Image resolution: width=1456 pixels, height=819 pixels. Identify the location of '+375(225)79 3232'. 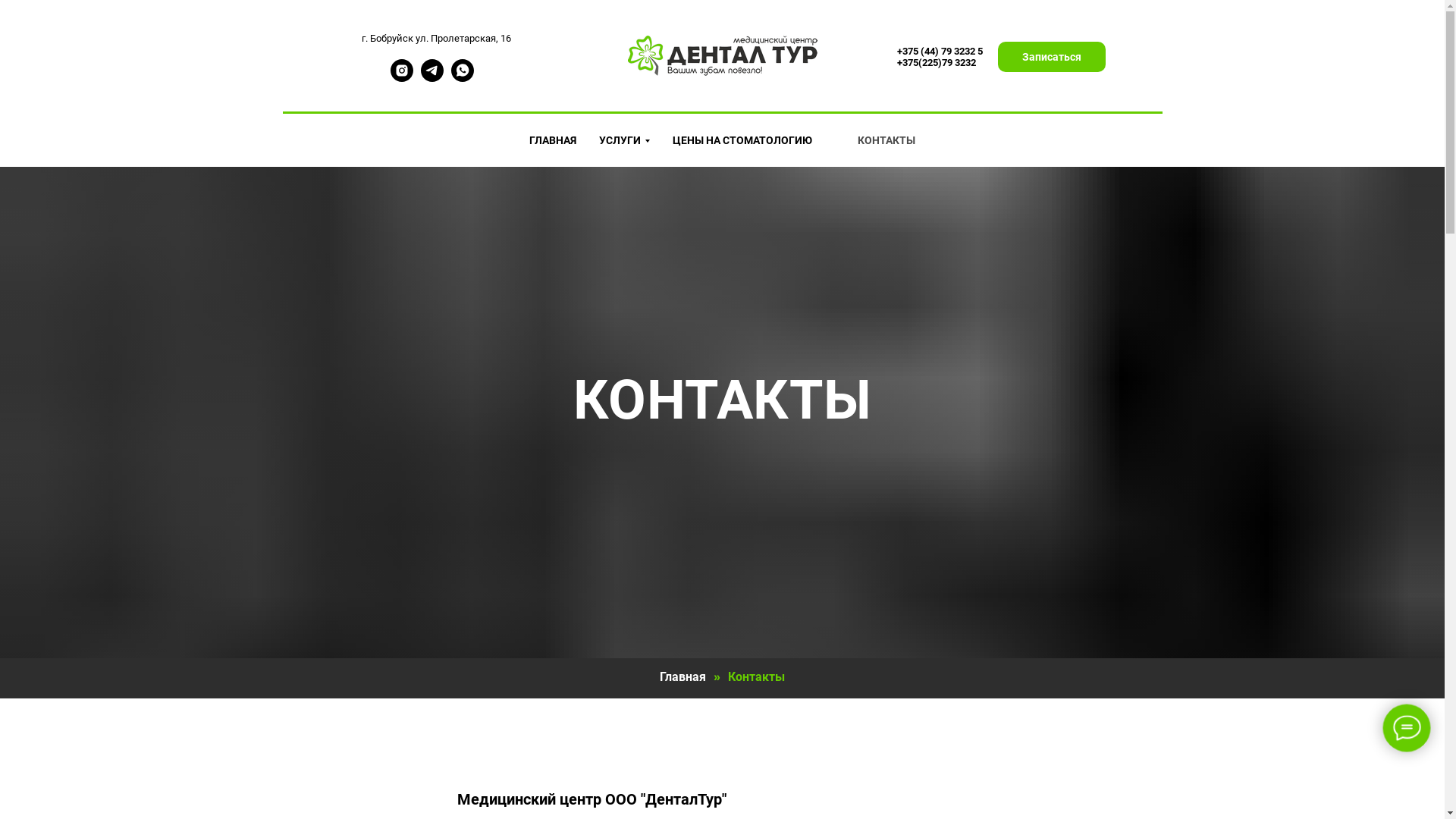
(934, 61).